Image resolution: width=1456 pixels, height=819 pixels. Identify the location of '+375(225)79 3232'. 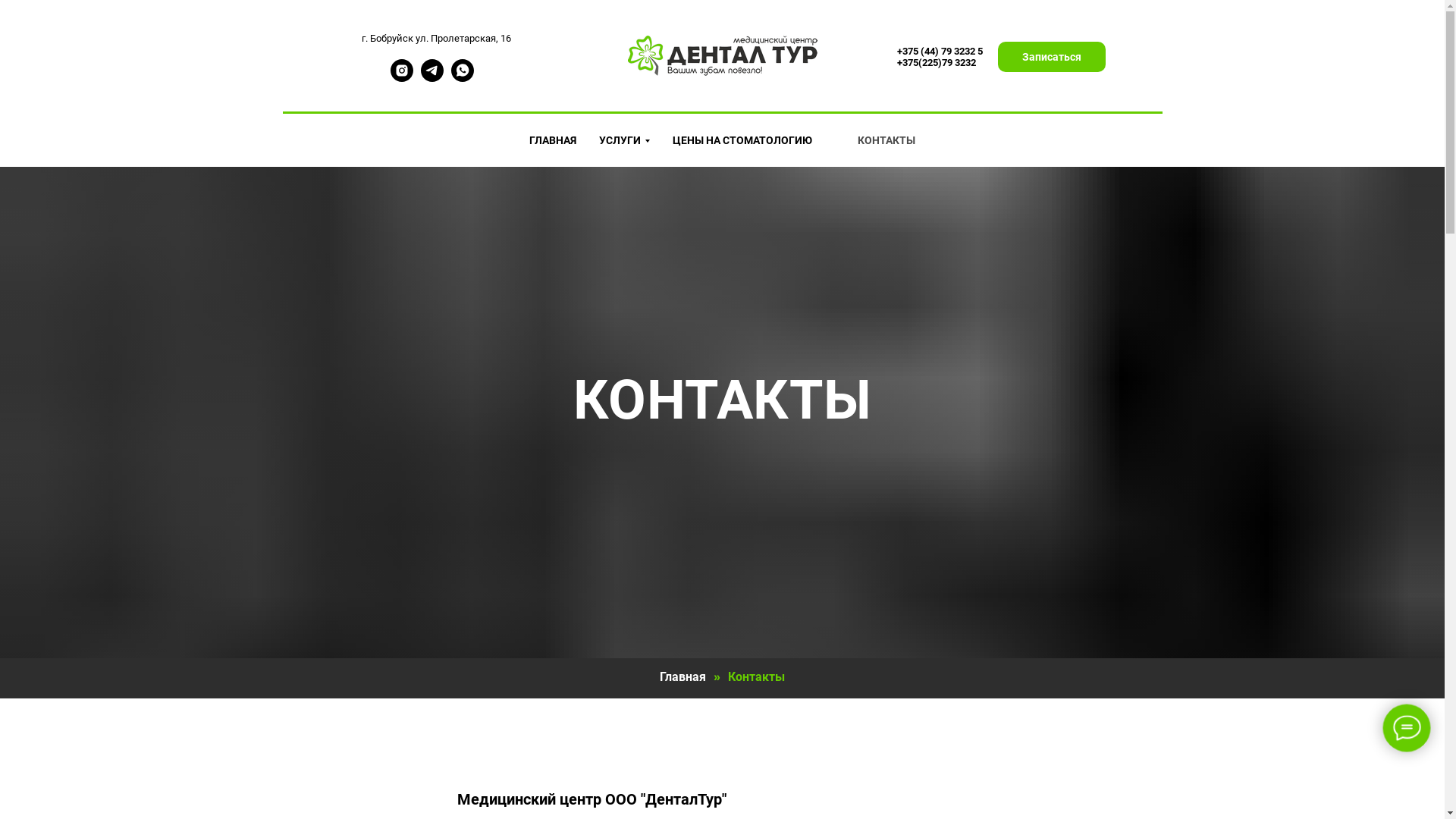
(934, 61).